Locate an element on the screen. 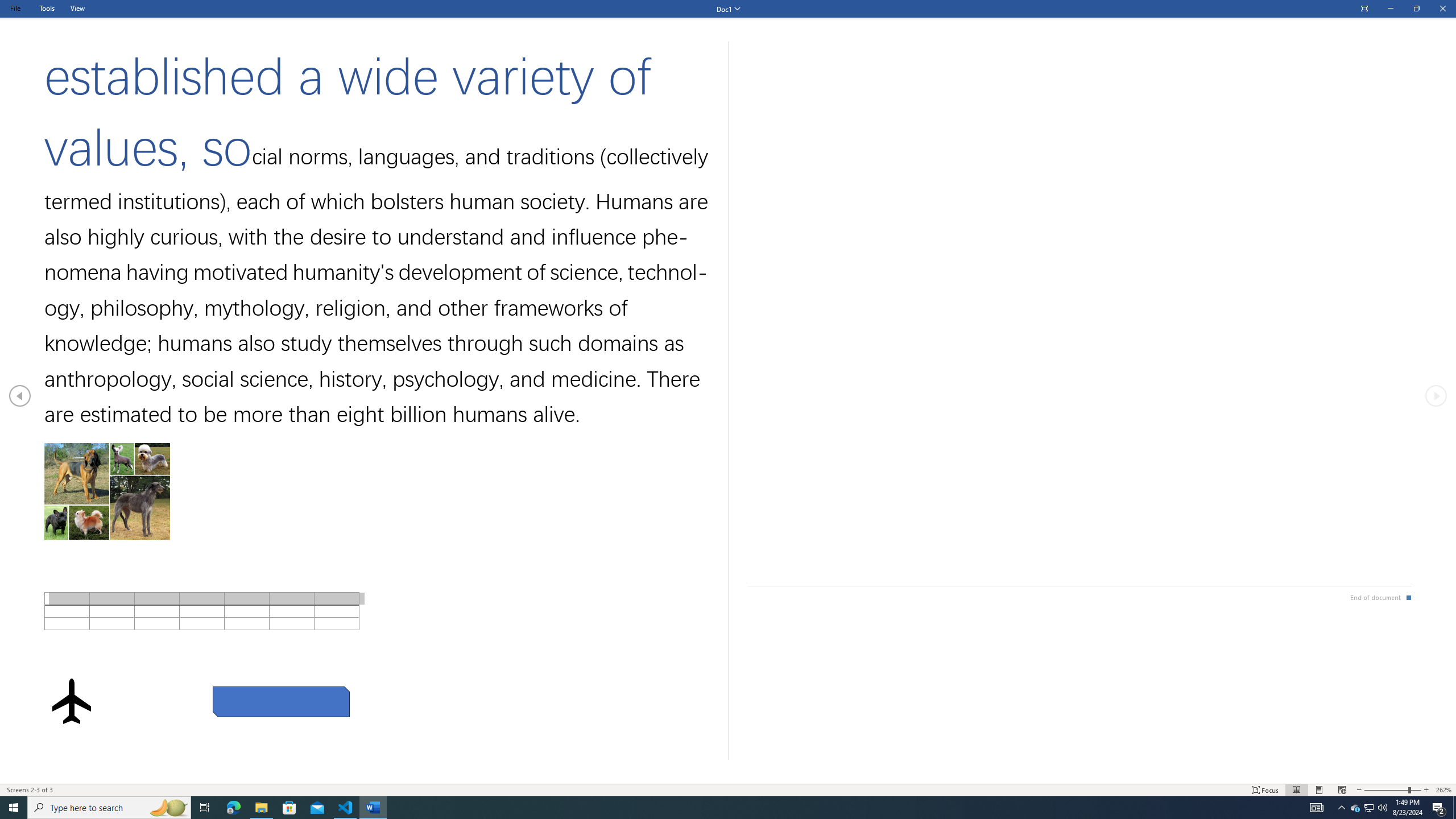 The image size is (1456, 819). 'Decrease Text Size' is located at coordinates (1358, 790).